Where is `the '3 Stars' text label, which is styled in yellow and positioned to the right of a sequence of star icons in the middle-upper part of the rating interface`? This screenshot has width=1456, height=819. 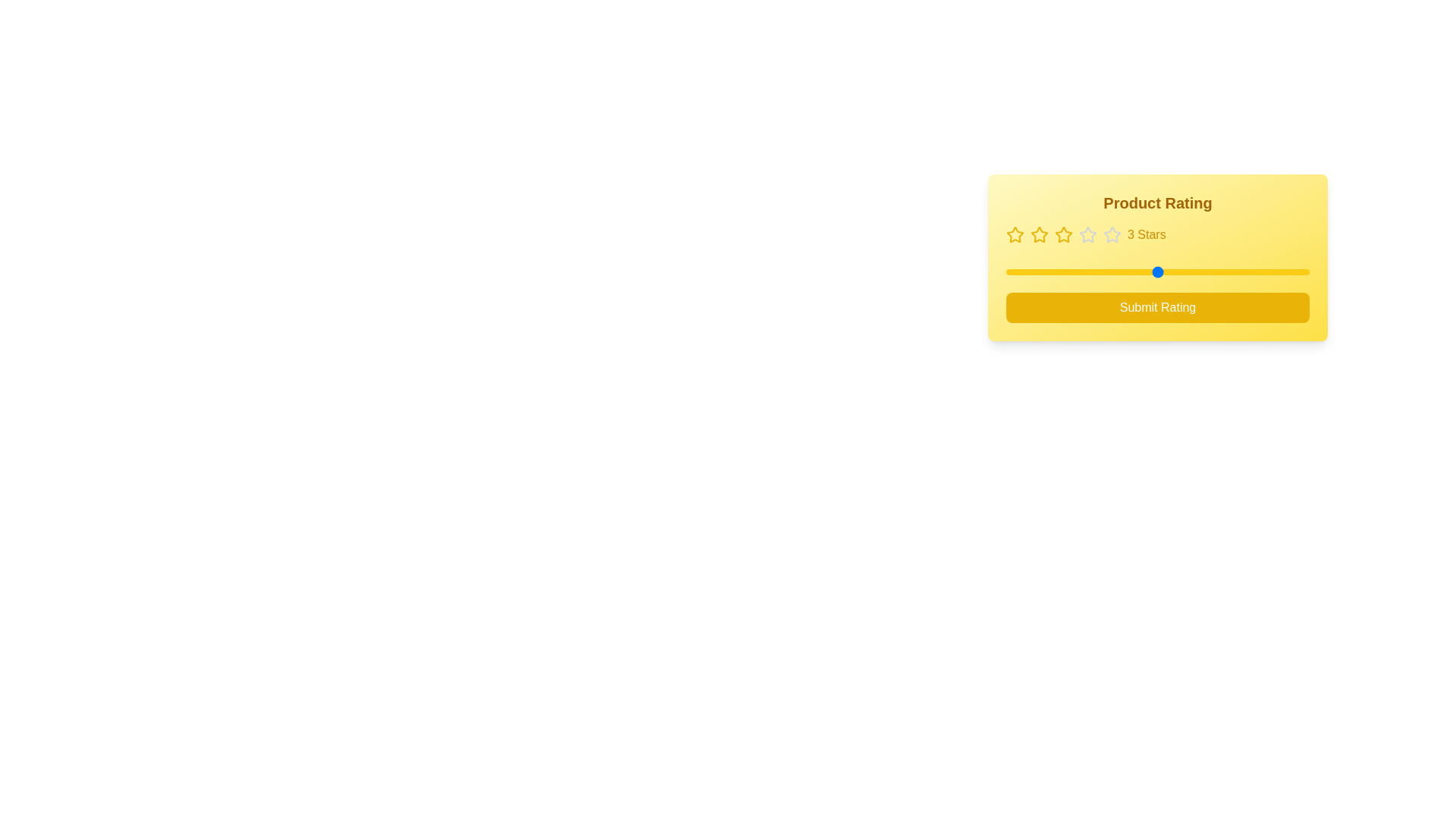 the '3 Stars' text label, which is styled in yellow and positioned to the right of a sequence of star icons in the middle-upper part of the rating interface is located at coordinates (1147, 234).